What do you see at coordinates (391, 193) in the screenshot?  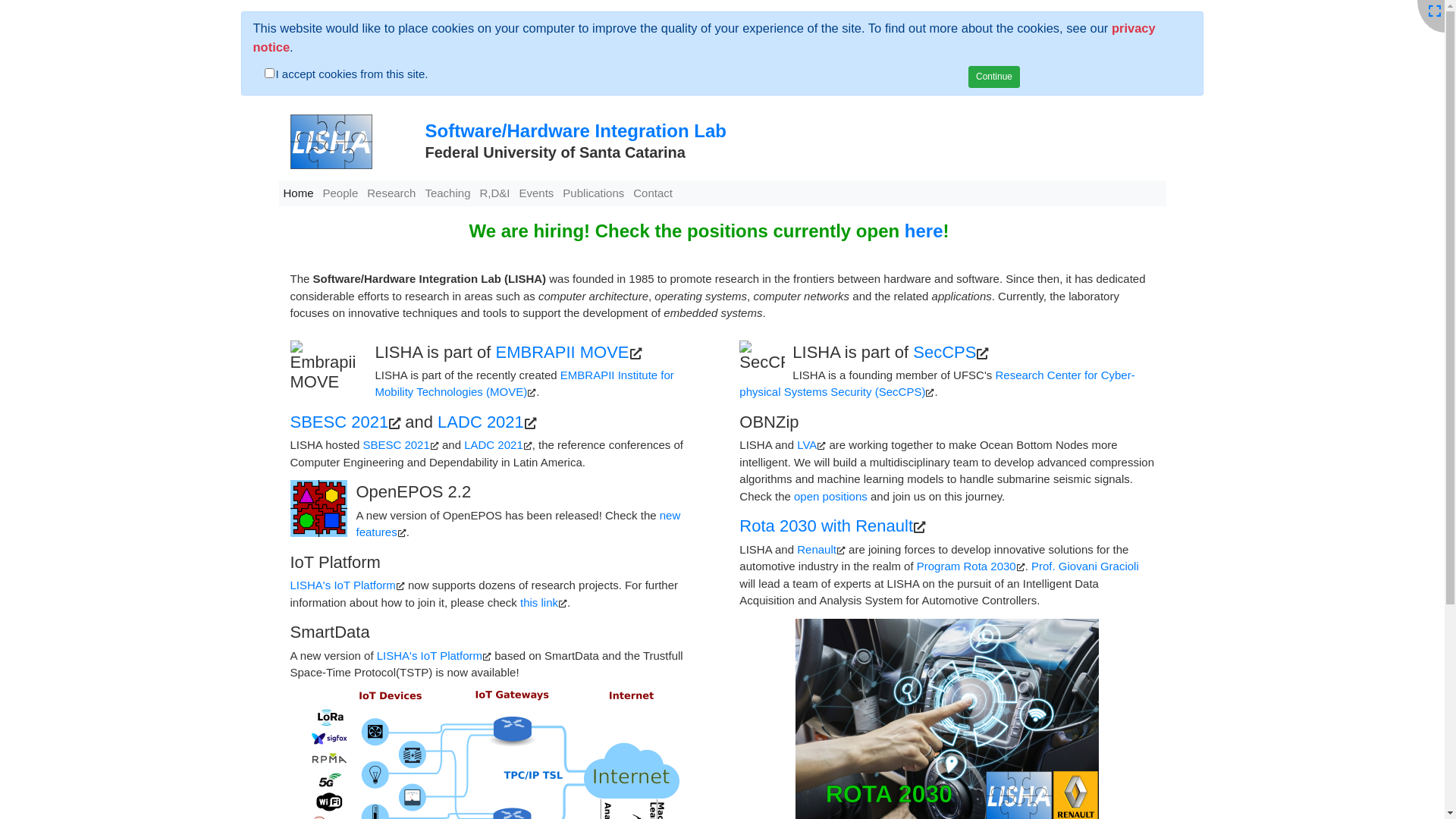 I see `'Research'` at bounding box center [391, 193].